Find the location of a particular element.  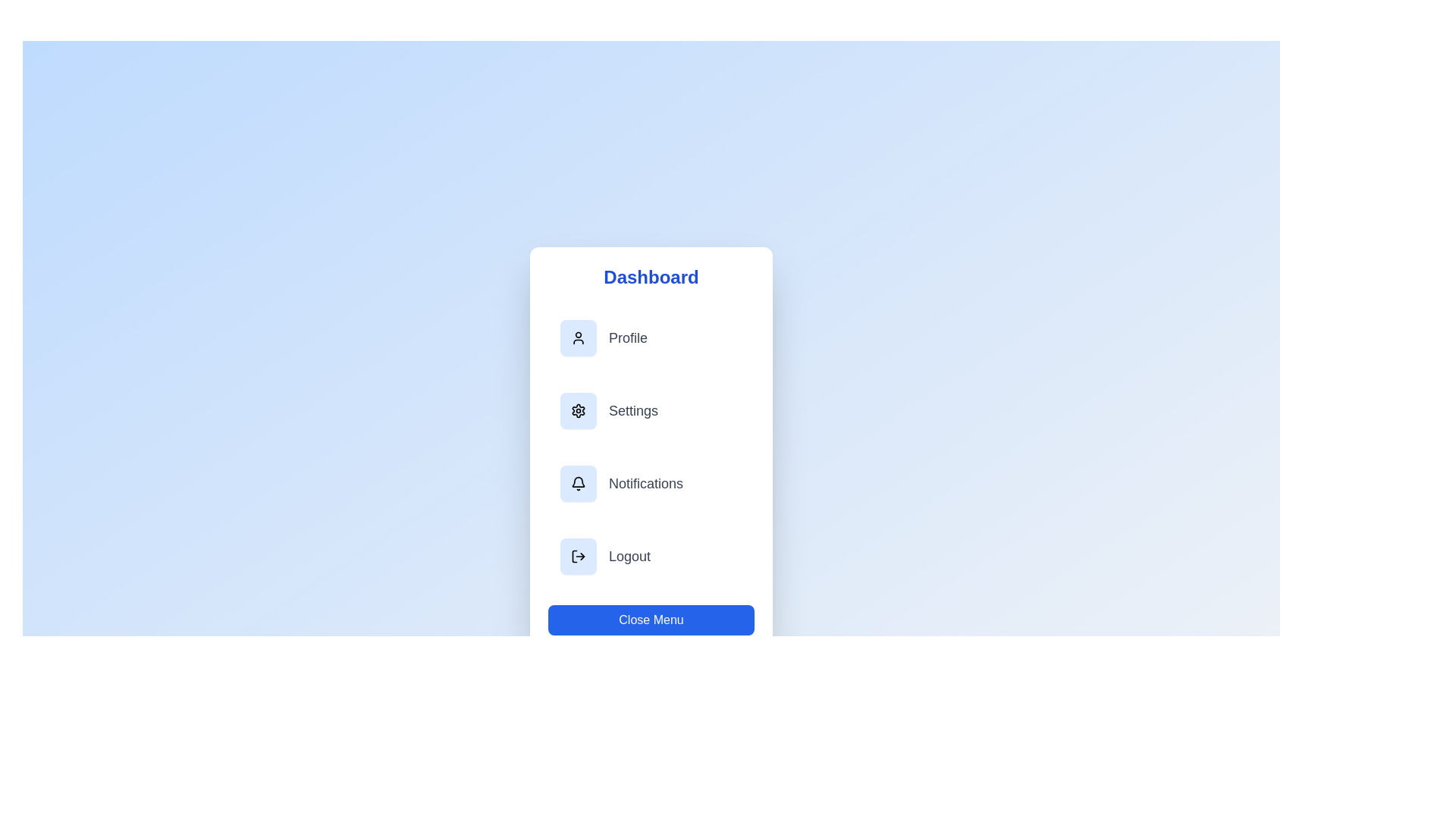

the menu item Settings to observe visual feedback is located at coordinates (651, 411).